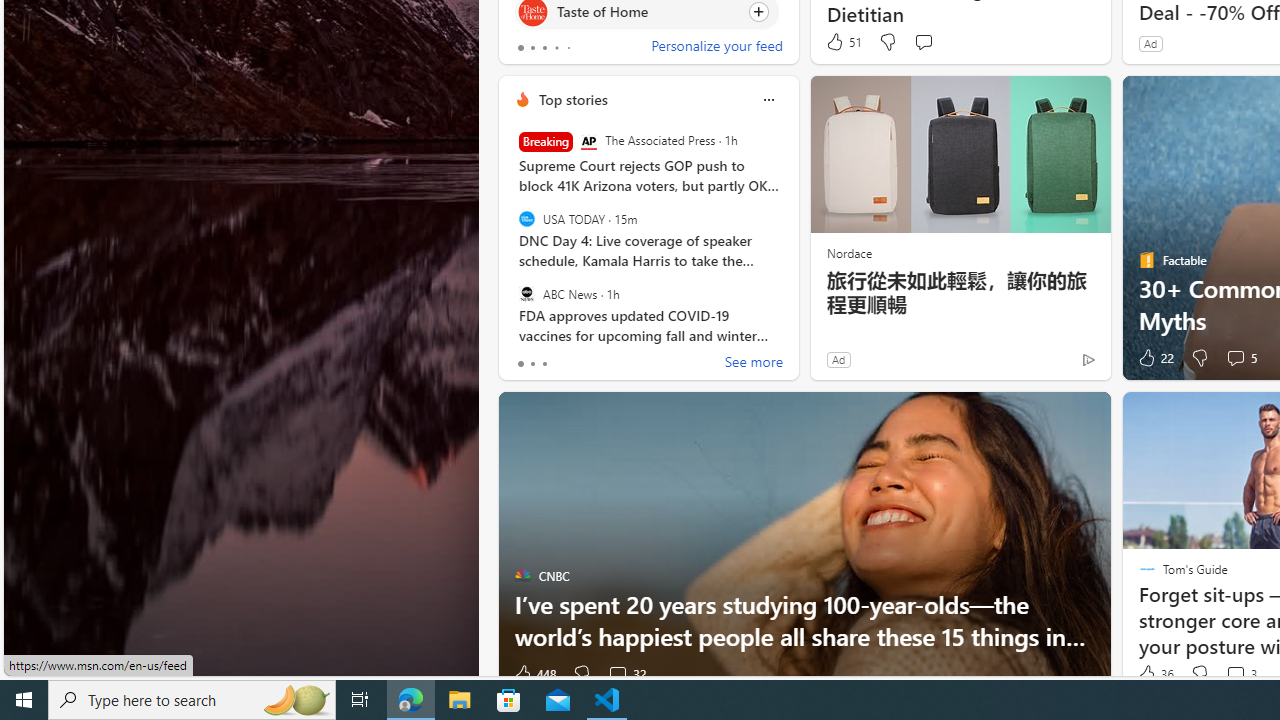  Describe the element at coordinates (716, 46) in the screenshot. I see `'Personalize your feed'` at that location.